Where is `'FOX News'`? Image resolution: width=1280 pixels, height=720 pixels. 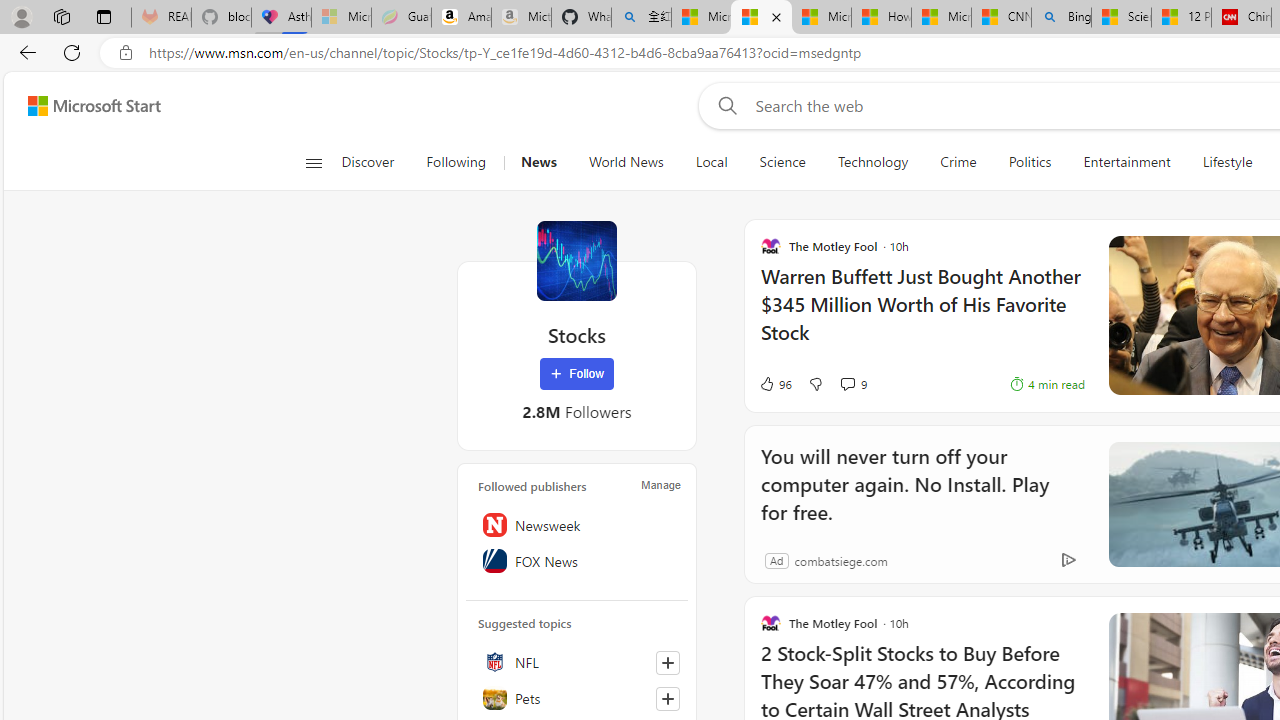
'FOX News' is located at coordinates (576, 561).